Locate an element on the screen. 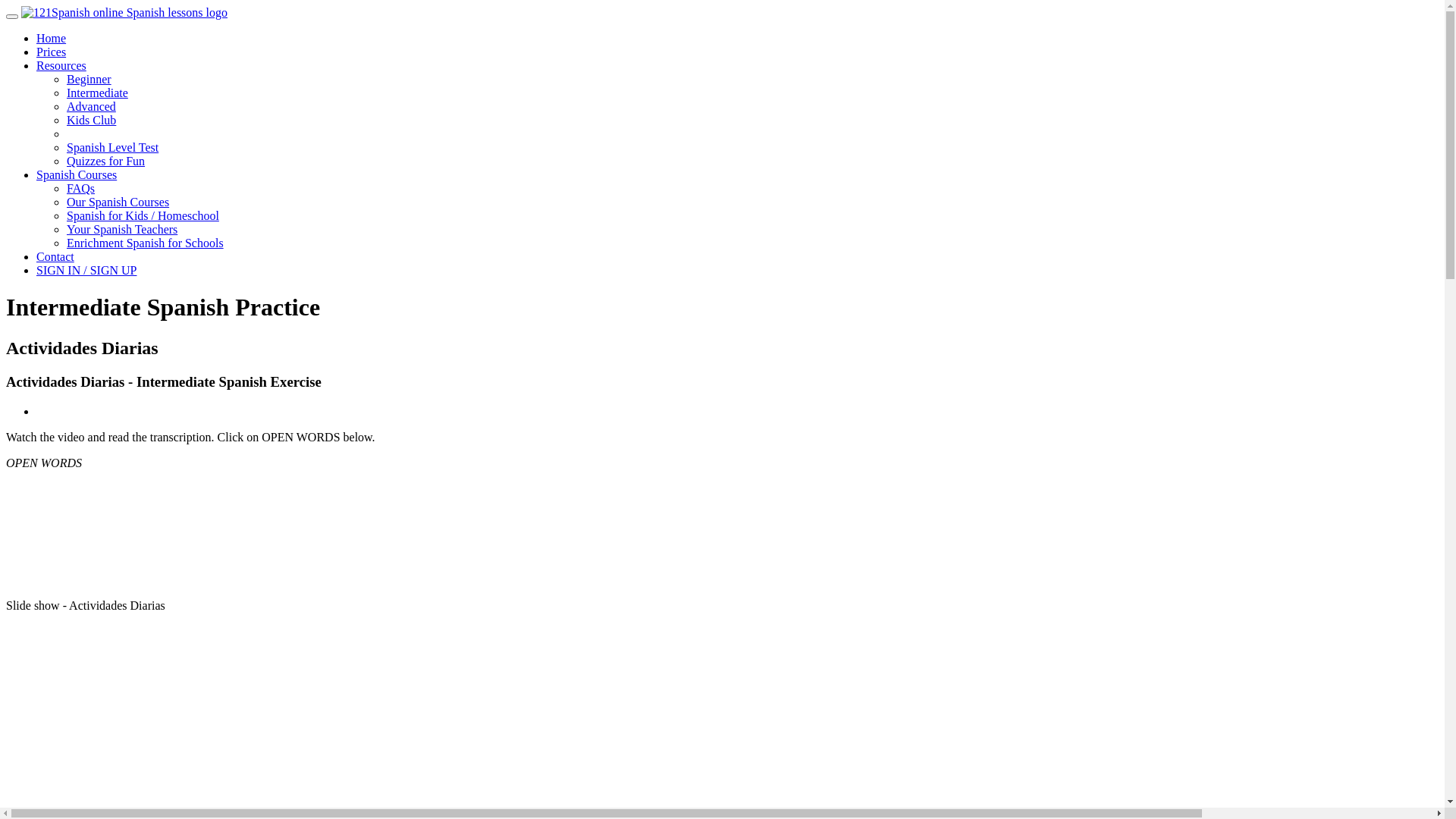 Image resolution: width=1456 pixels, height=819 pixels. 'Our Spanish Courses' is located at coordinates (117, 201).